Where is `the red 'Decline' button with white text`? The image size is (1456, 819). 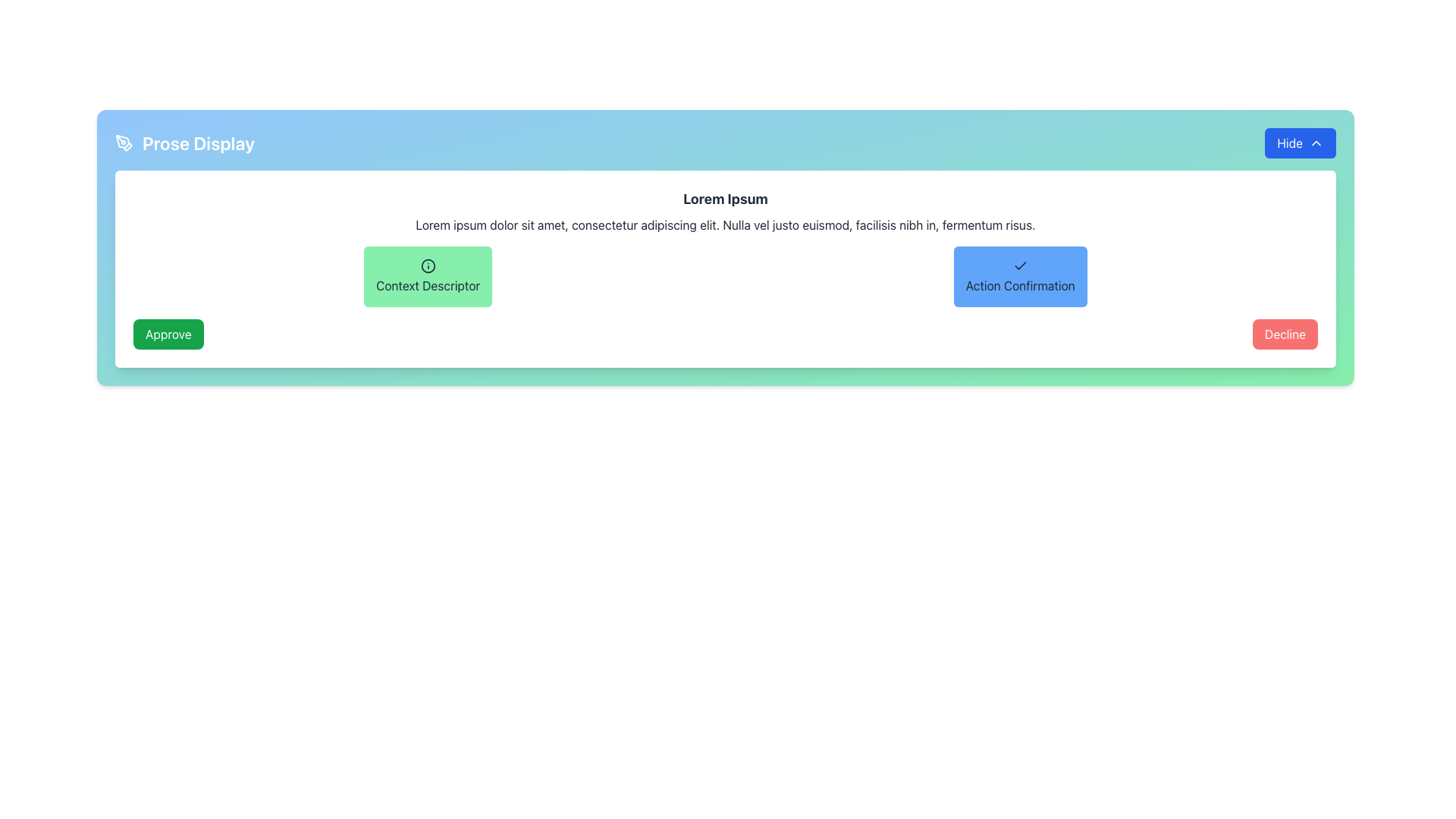
the red 'Decline' button with white text is located at coordinates (1284, 333).